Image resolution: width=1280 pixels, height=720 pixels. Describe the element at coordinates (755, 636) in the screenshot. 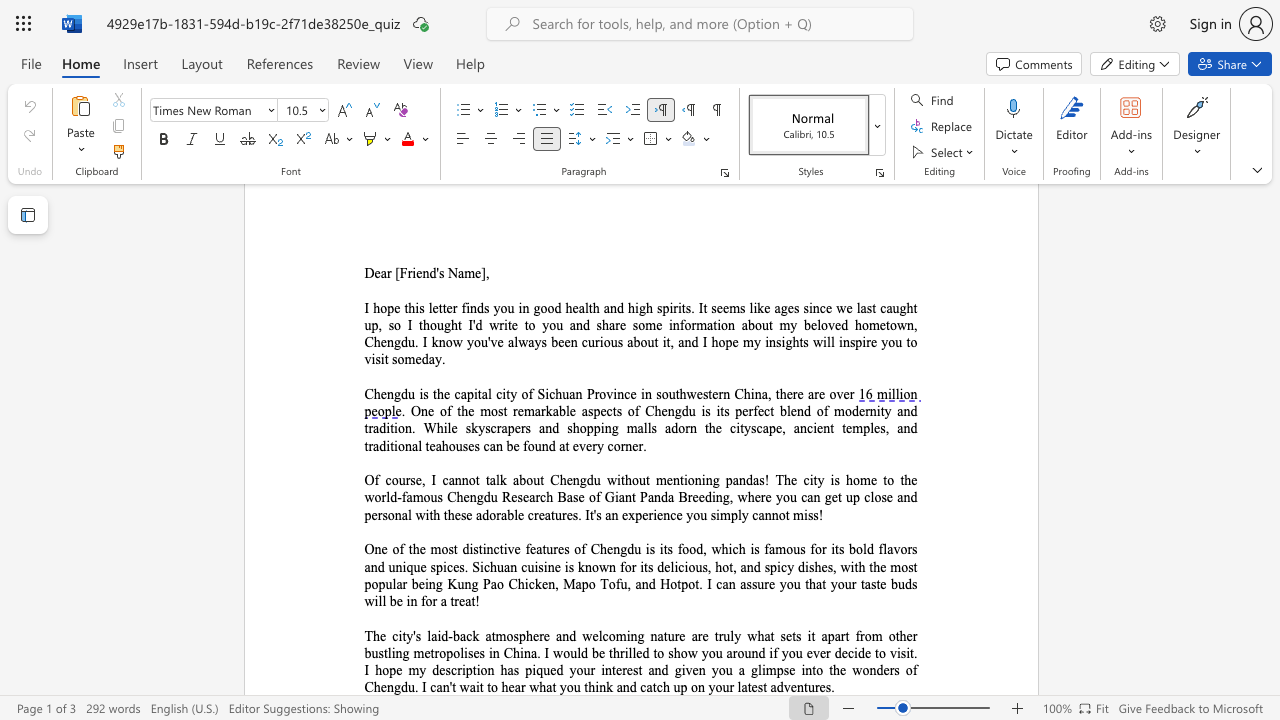

I see `the space between the continuous character "w" and "h" in the text` at that location.